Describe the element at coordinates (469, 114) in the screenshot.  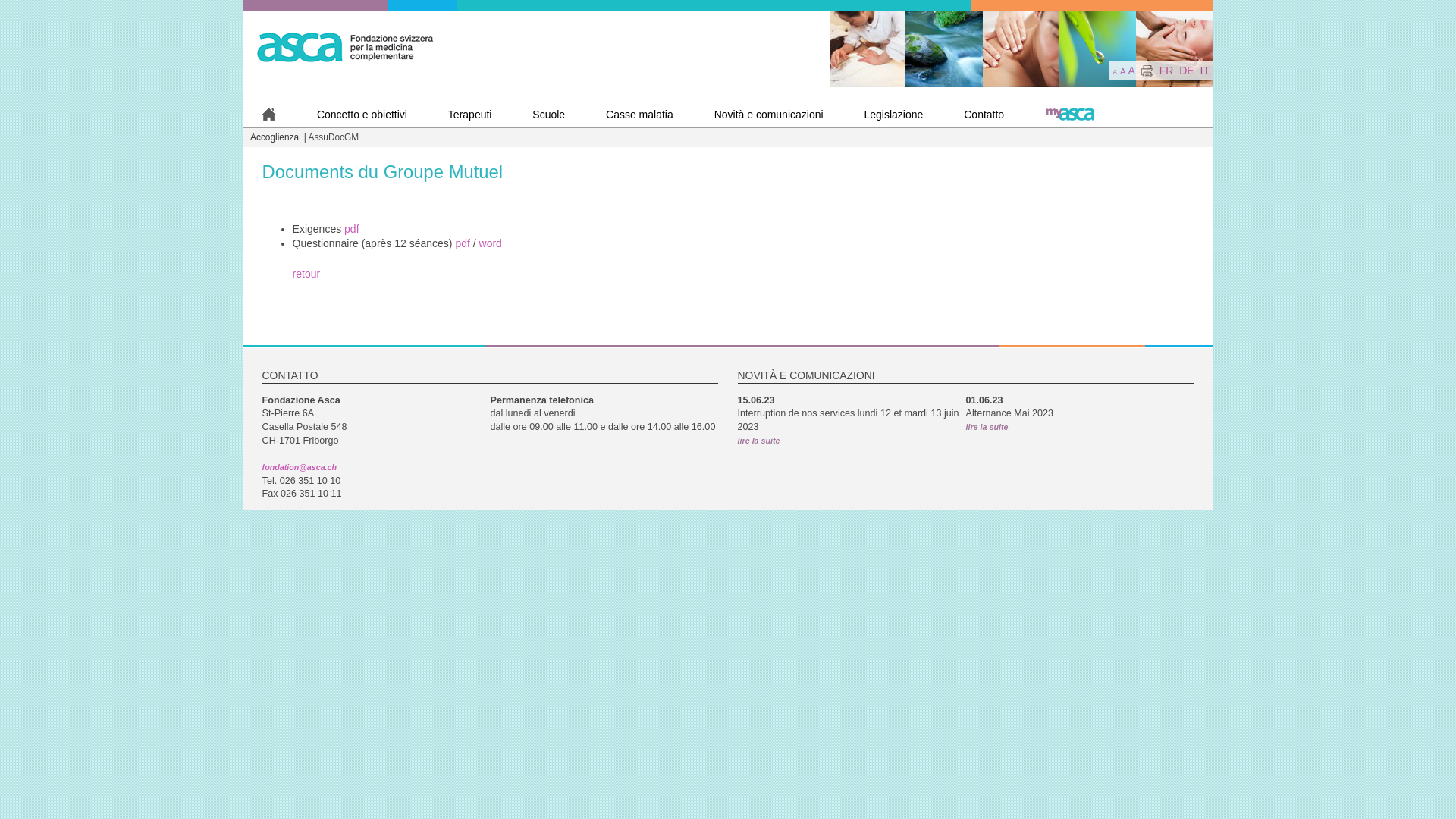
I see `'Terapeuti'` at that location.